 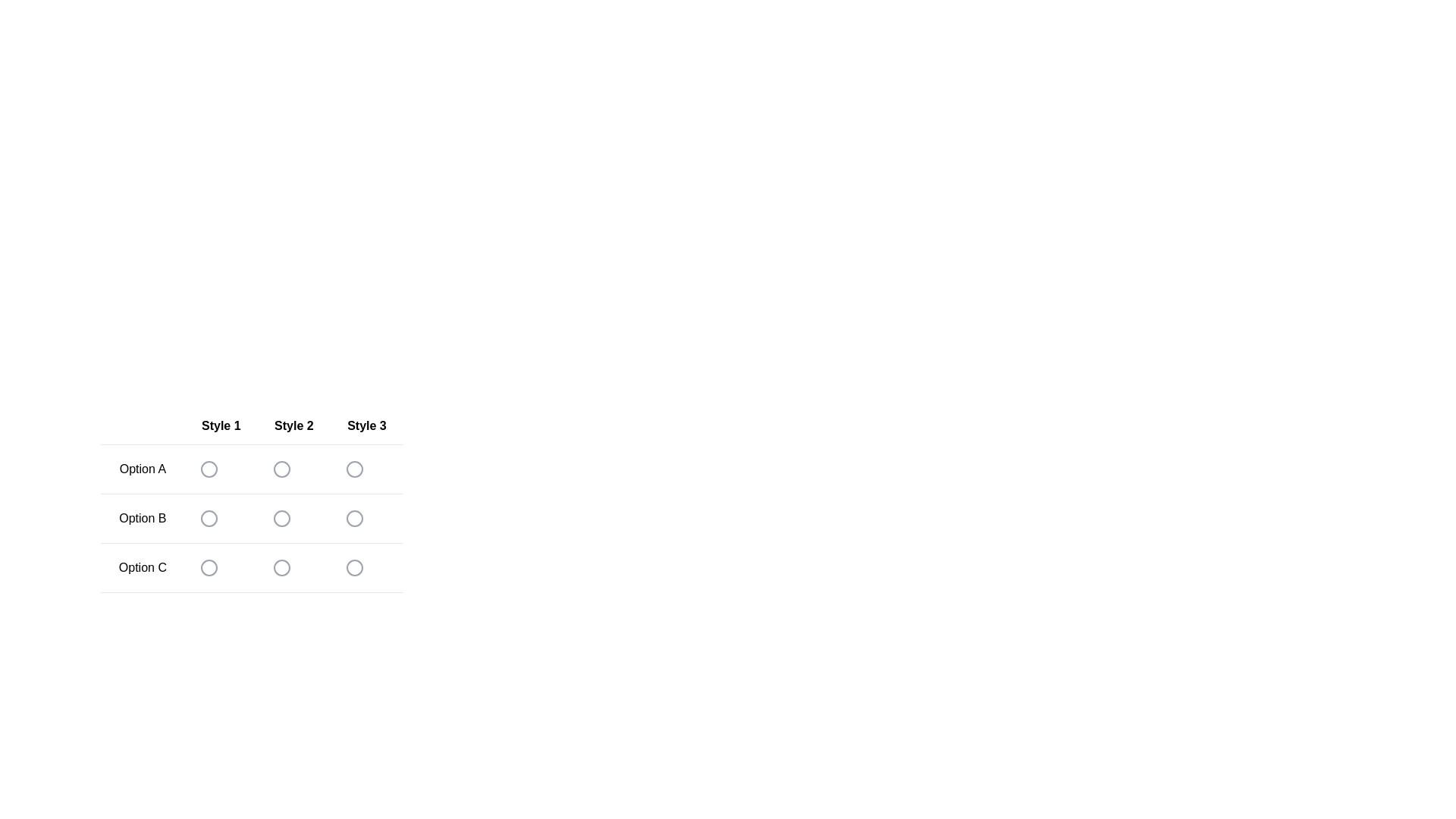 What do you see at coordinates (353, 468) in the screenshot?
I see `the center of the radio button marker for 'Option A'` at bounding box center [353, 468].